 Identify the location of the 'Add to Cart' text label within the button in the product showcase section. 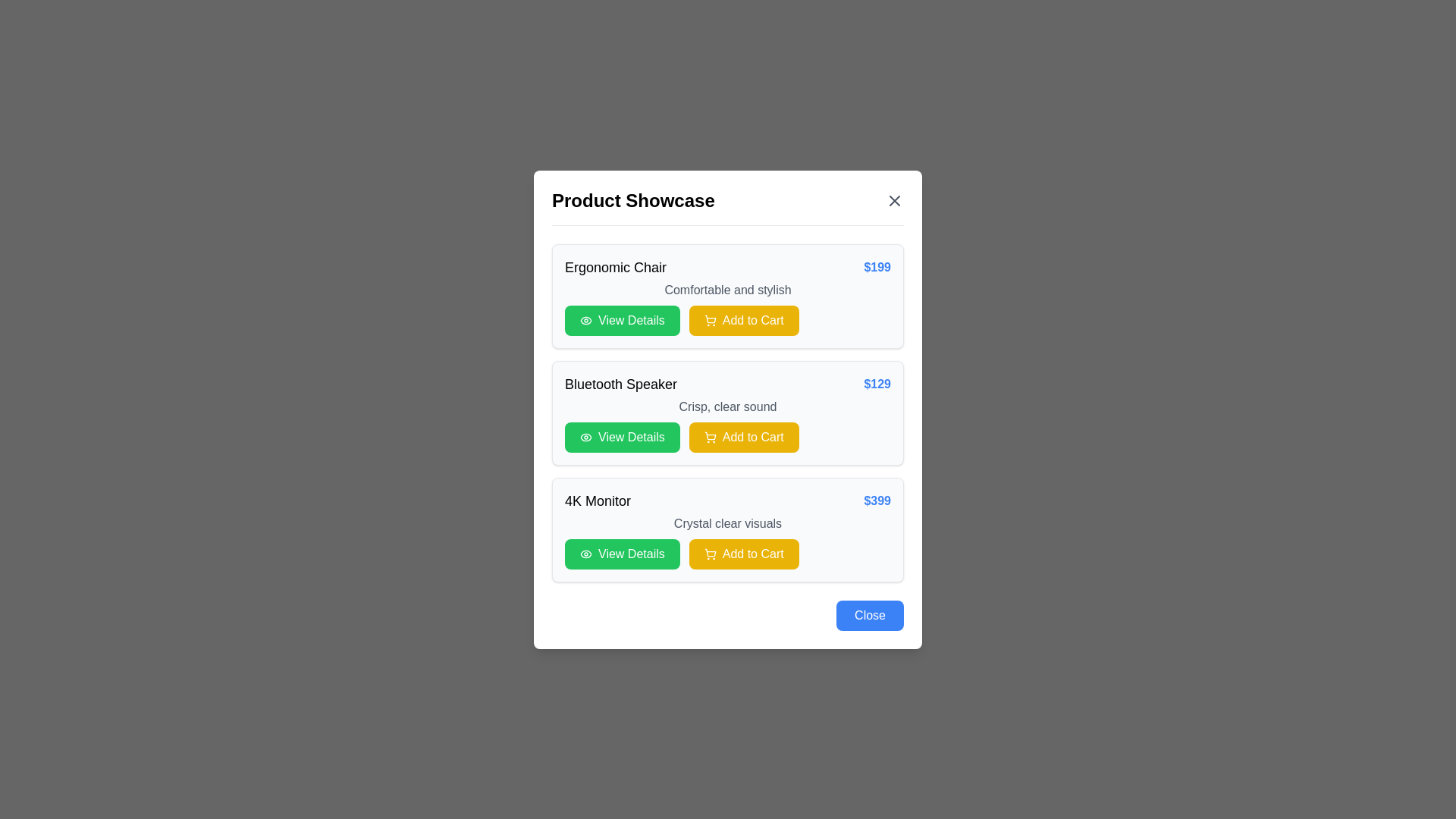
(753, 319).